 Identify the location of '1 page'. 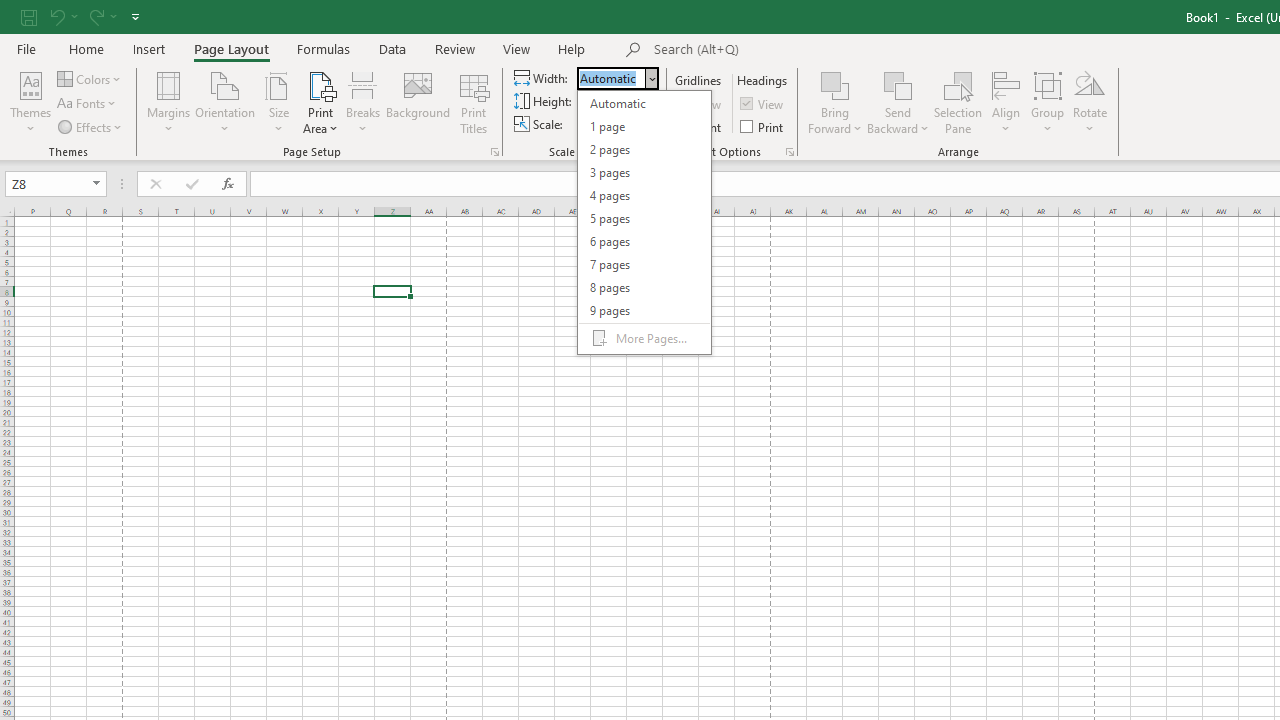
(644, 126).